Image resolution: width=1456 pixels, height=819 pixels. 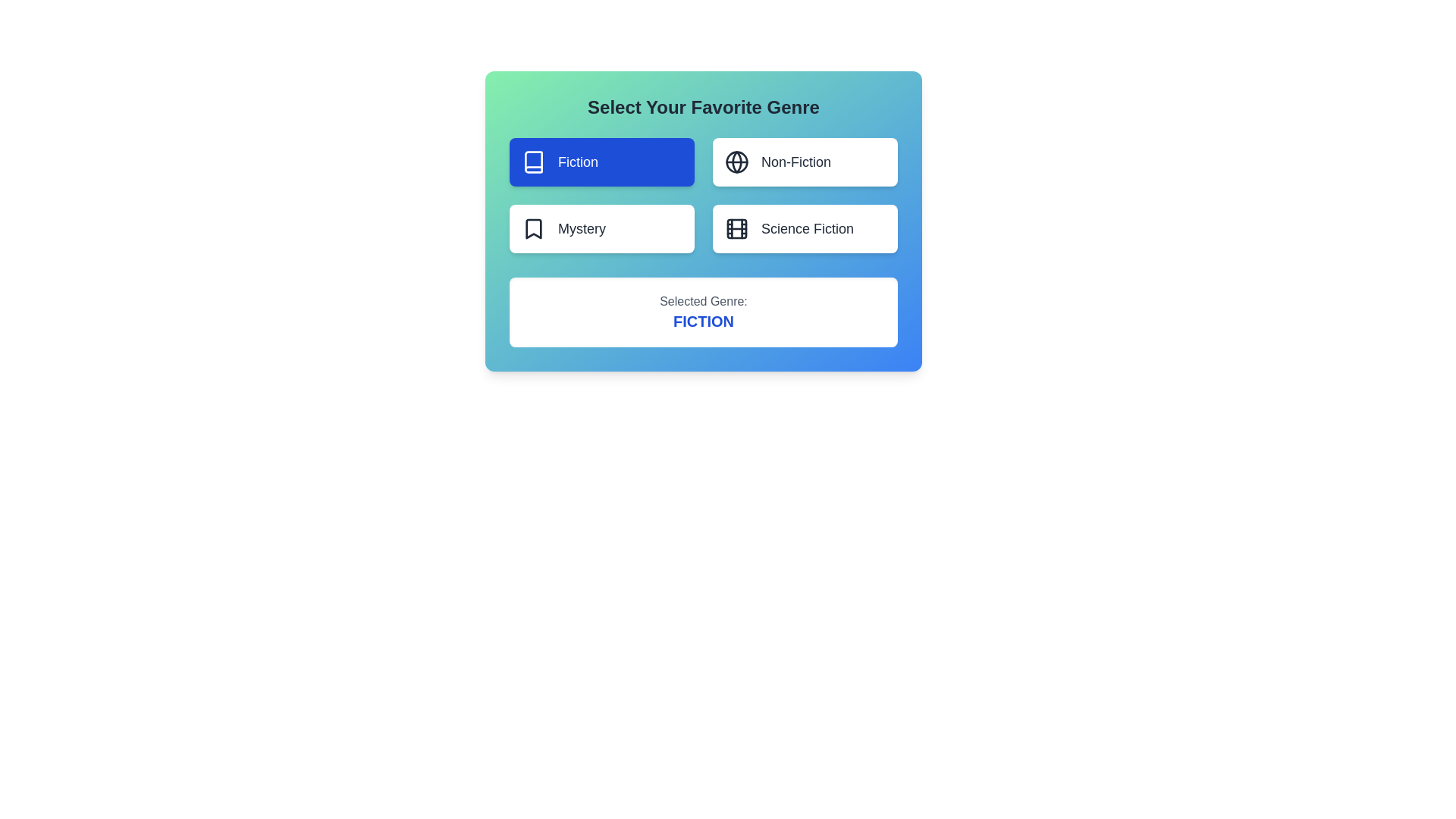 I want to click on the 'Selected Genre' text area to inspect the selected genre, so click(x=702, y=312).